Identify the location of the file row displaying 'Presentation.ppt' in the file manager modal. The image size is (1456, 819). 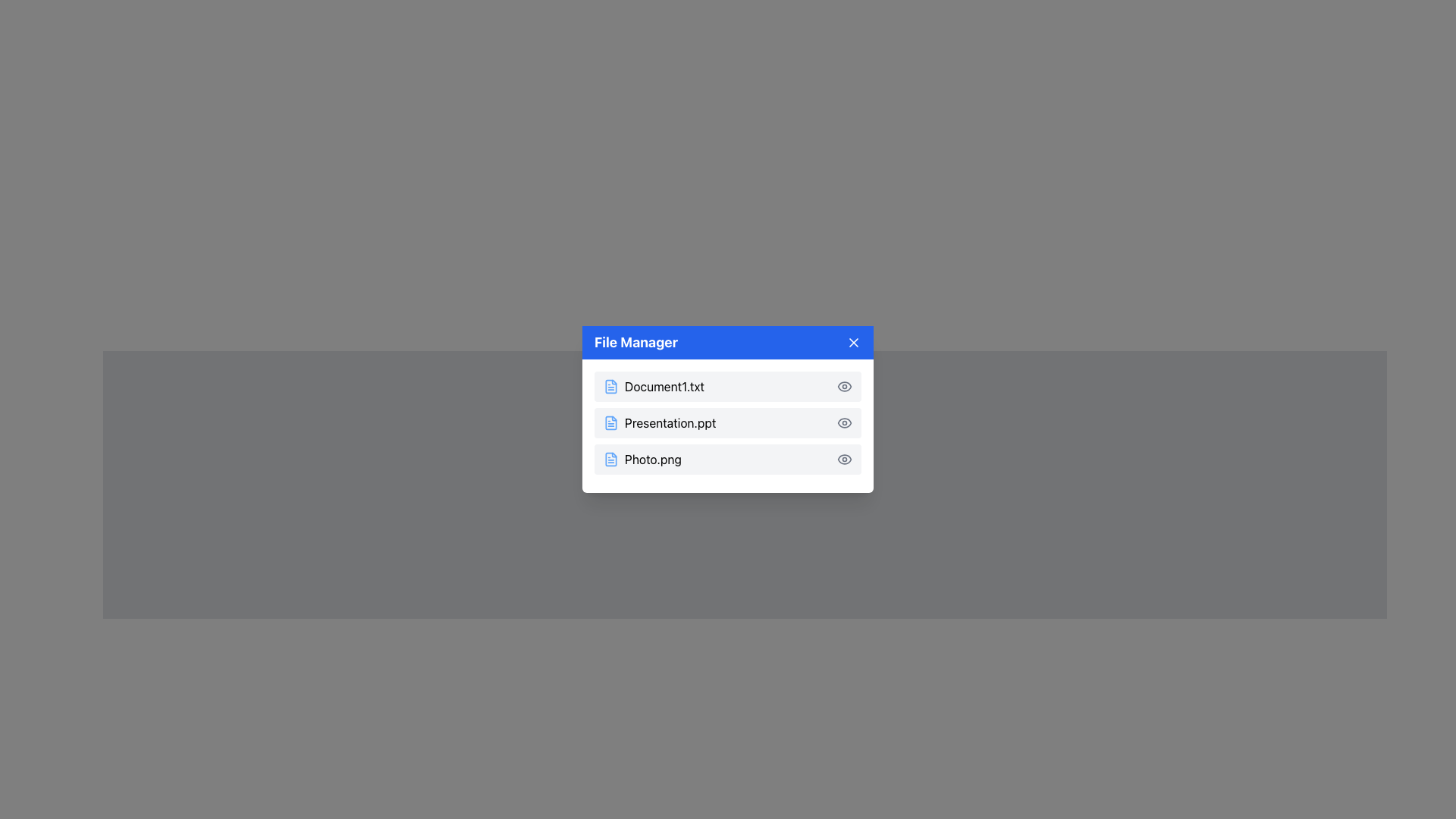
(728, 423).